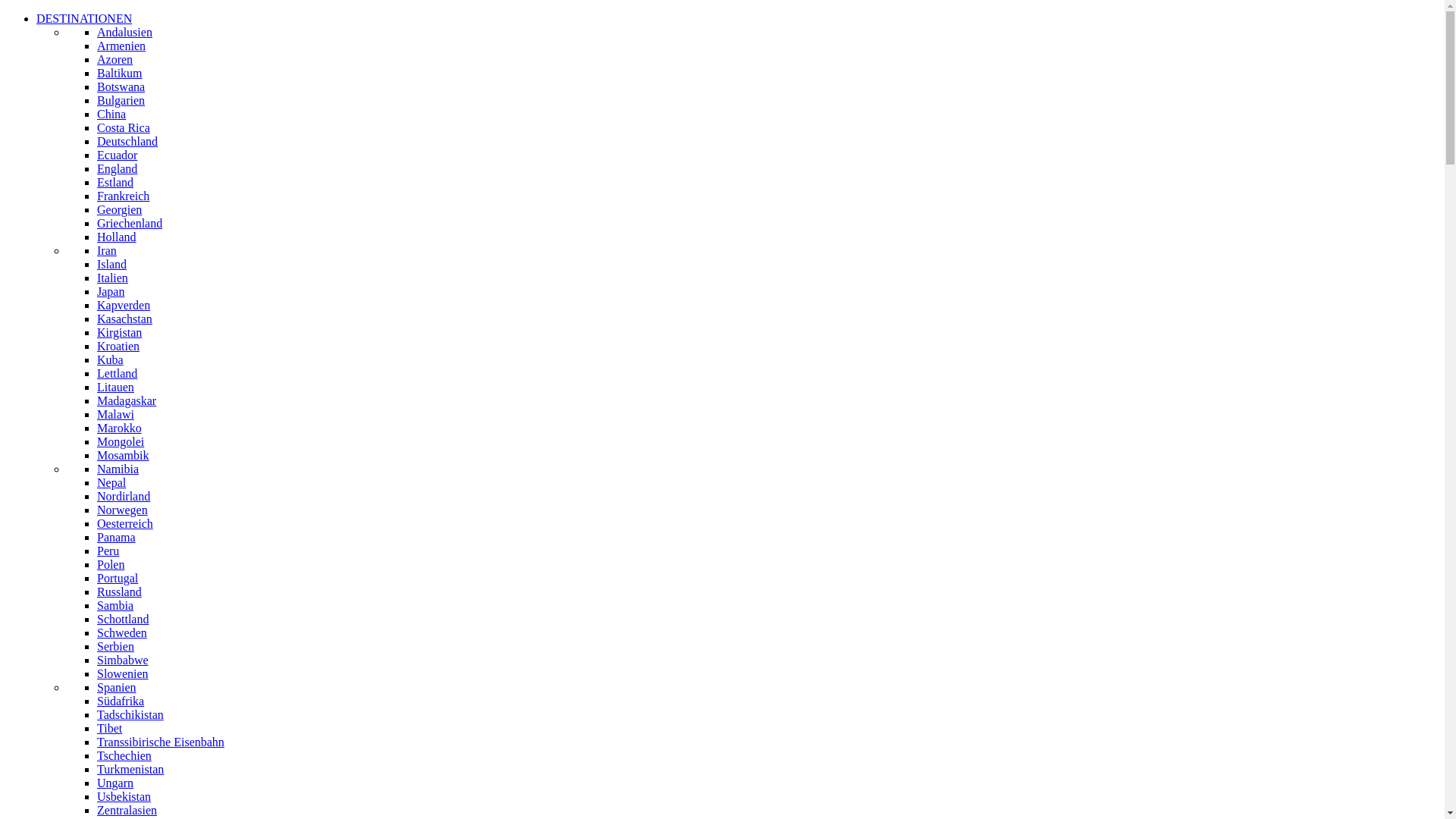 The image size is (1456, 819). What do you see at coordinates (124, 127) in the screenshot?
I see `'Costa Rica'` at bounding box center [124, 127].